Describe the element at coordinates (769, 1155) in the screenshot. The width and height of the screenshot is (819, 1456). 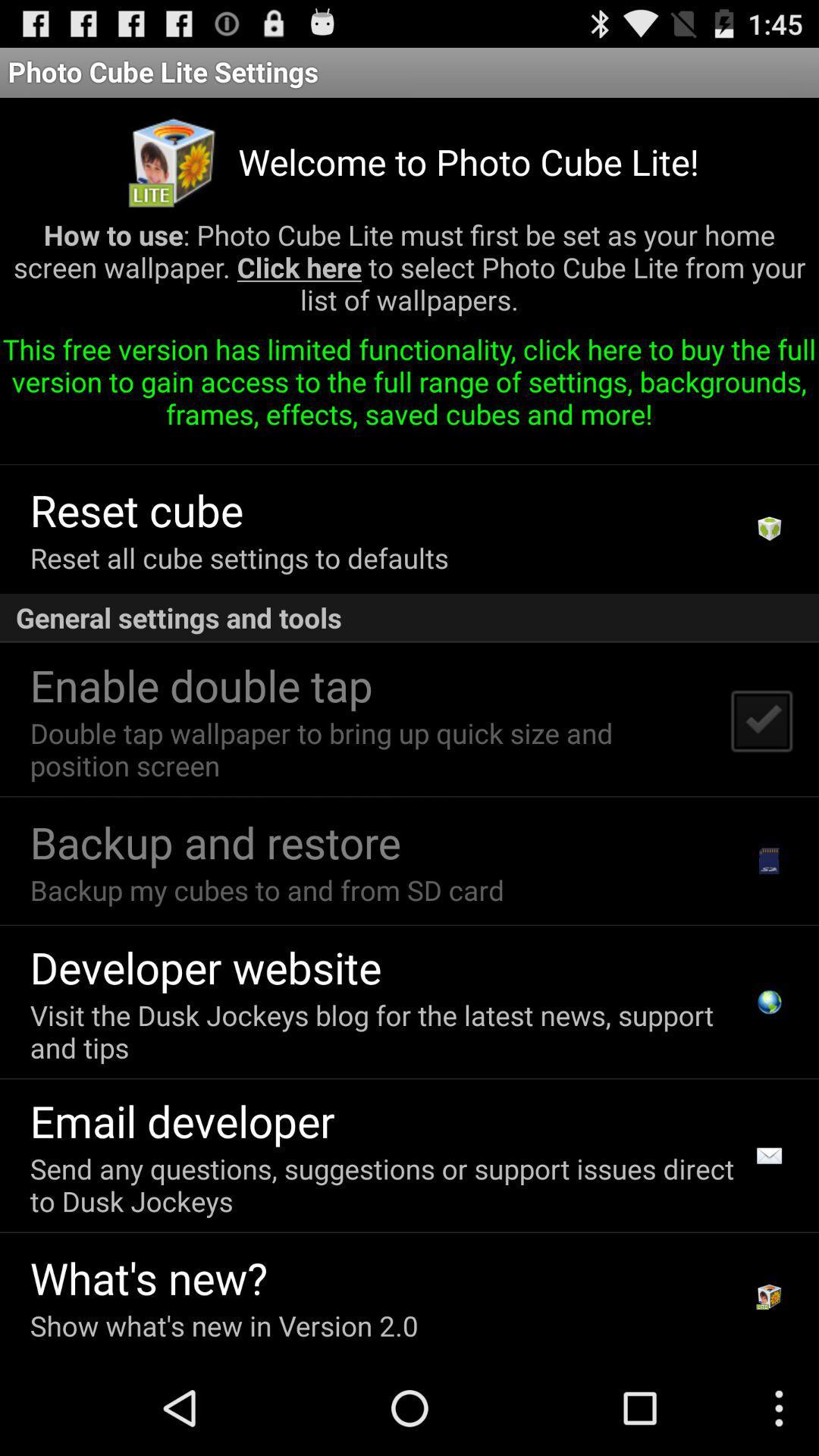
I see `item to the right of the send any questions item` at that location.